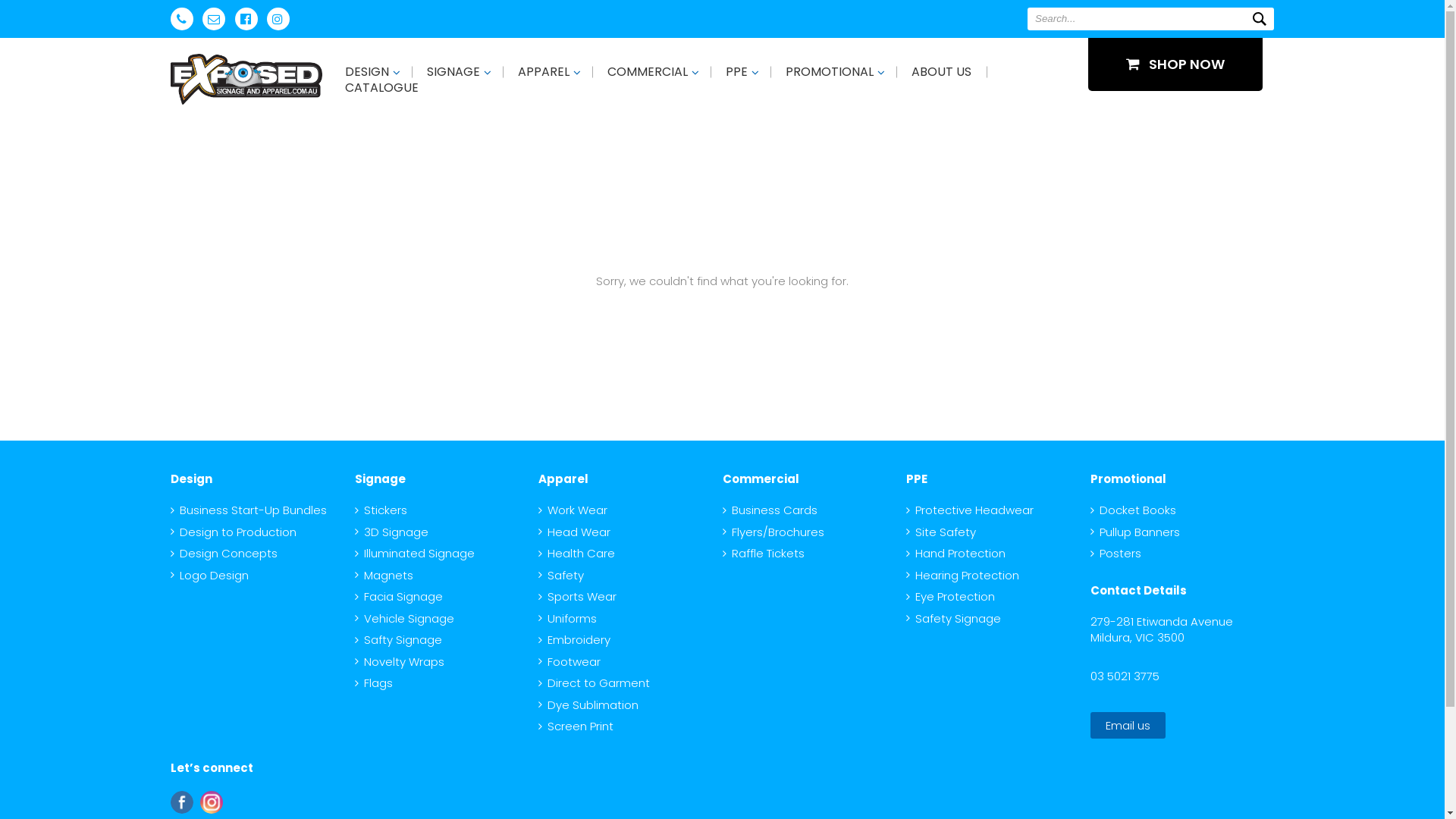 The image size is (1456, 819). I want to click on 'Commercial', so click(760, 479).